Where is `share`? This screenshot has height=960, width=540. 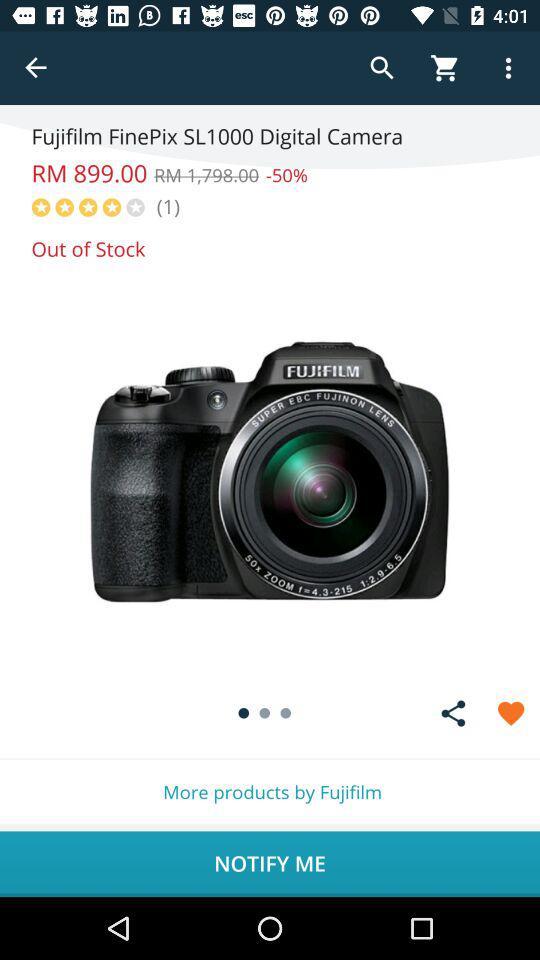 share is located at coordinates (453, 713).